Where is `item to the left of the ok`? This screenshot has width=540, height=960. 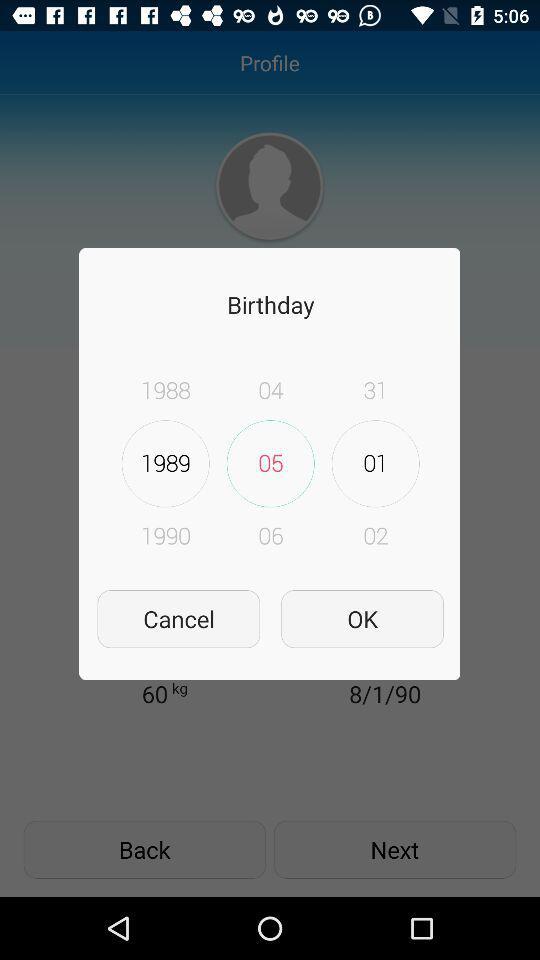 item to the left of the ok is located at coordinates (178, 618).